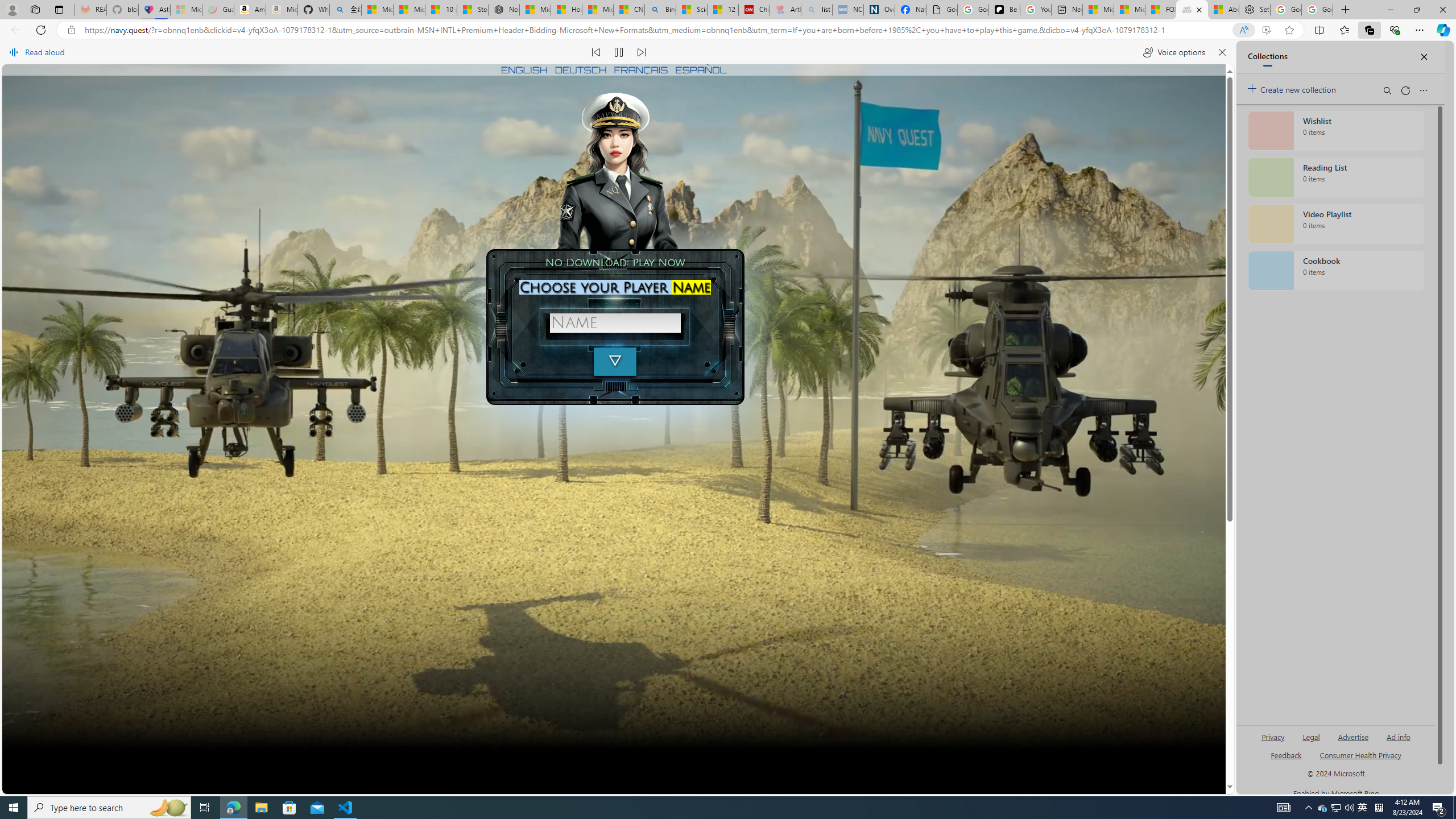 This screenshot has width=1456, height=819. Describe the element at coordinates (723, 9) in the screenshot. I see `'12 Popular Science Lies that Must be Corrected'` at that location.